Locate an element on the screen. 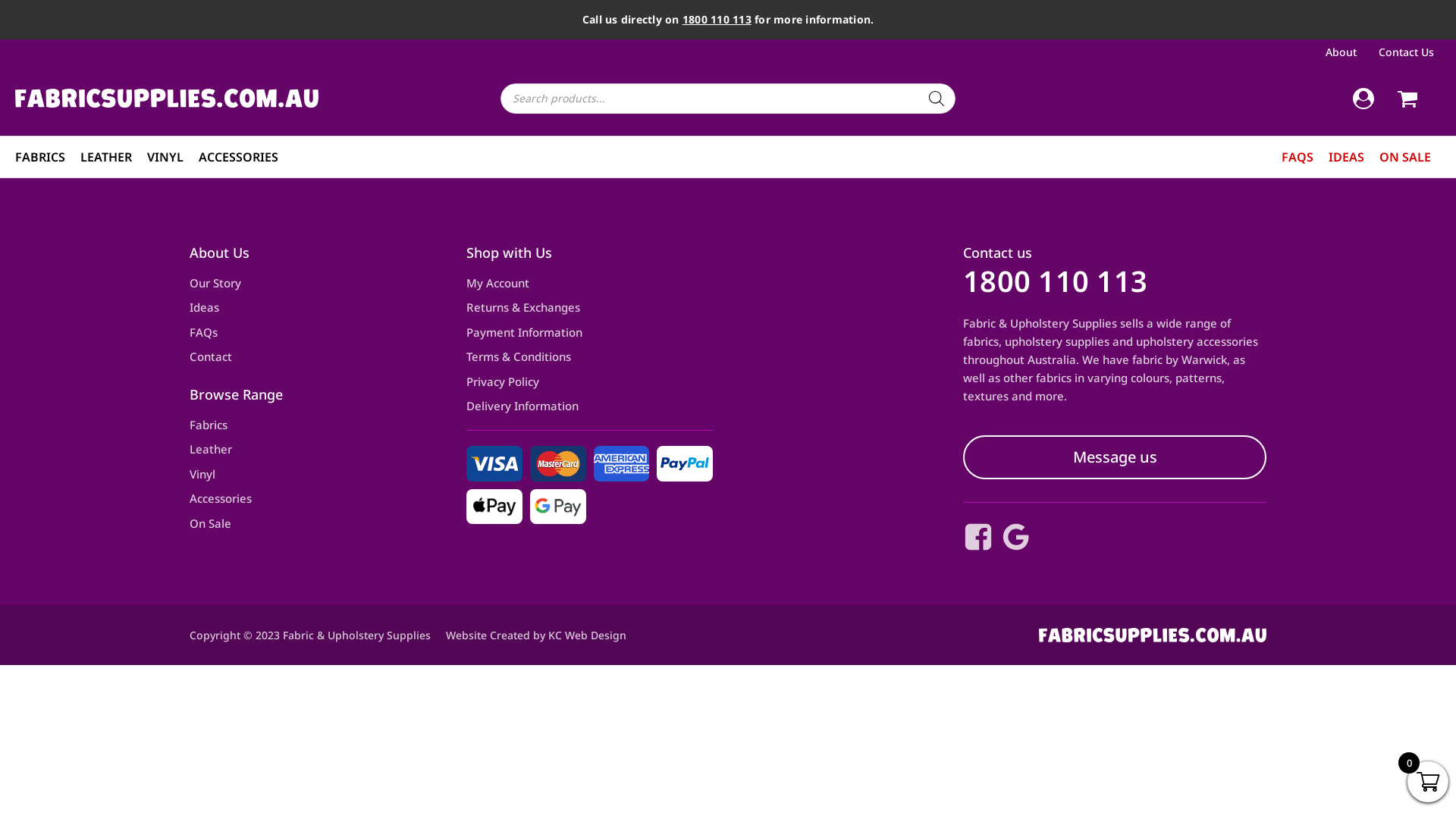  'ACCESSORIES' is located at coordinates (237, 157).